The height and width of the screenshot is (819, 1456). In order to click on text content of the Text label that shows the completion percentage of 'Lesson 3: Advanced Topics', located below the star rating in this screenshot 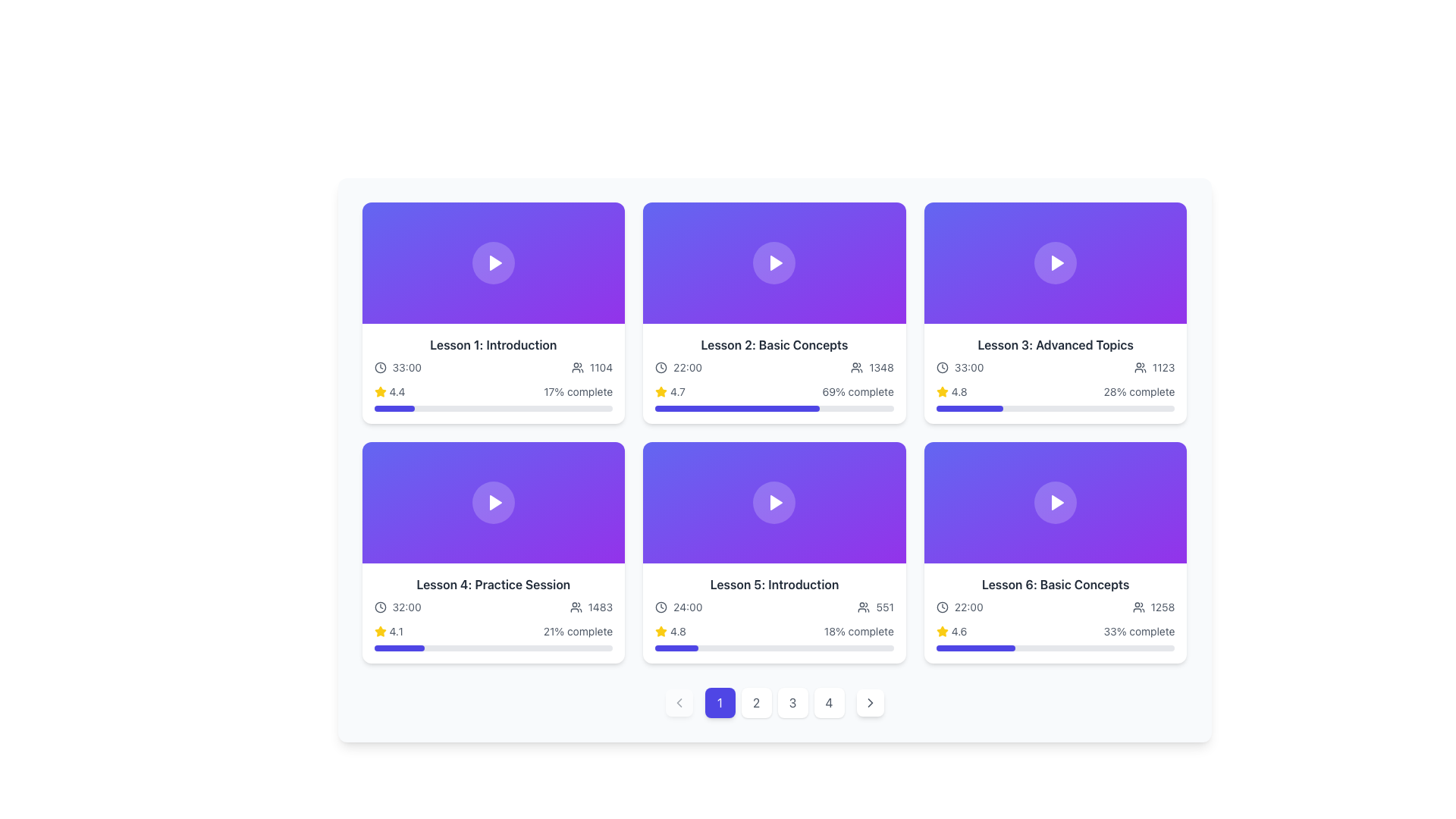, I will do `click(1139, 391)`.